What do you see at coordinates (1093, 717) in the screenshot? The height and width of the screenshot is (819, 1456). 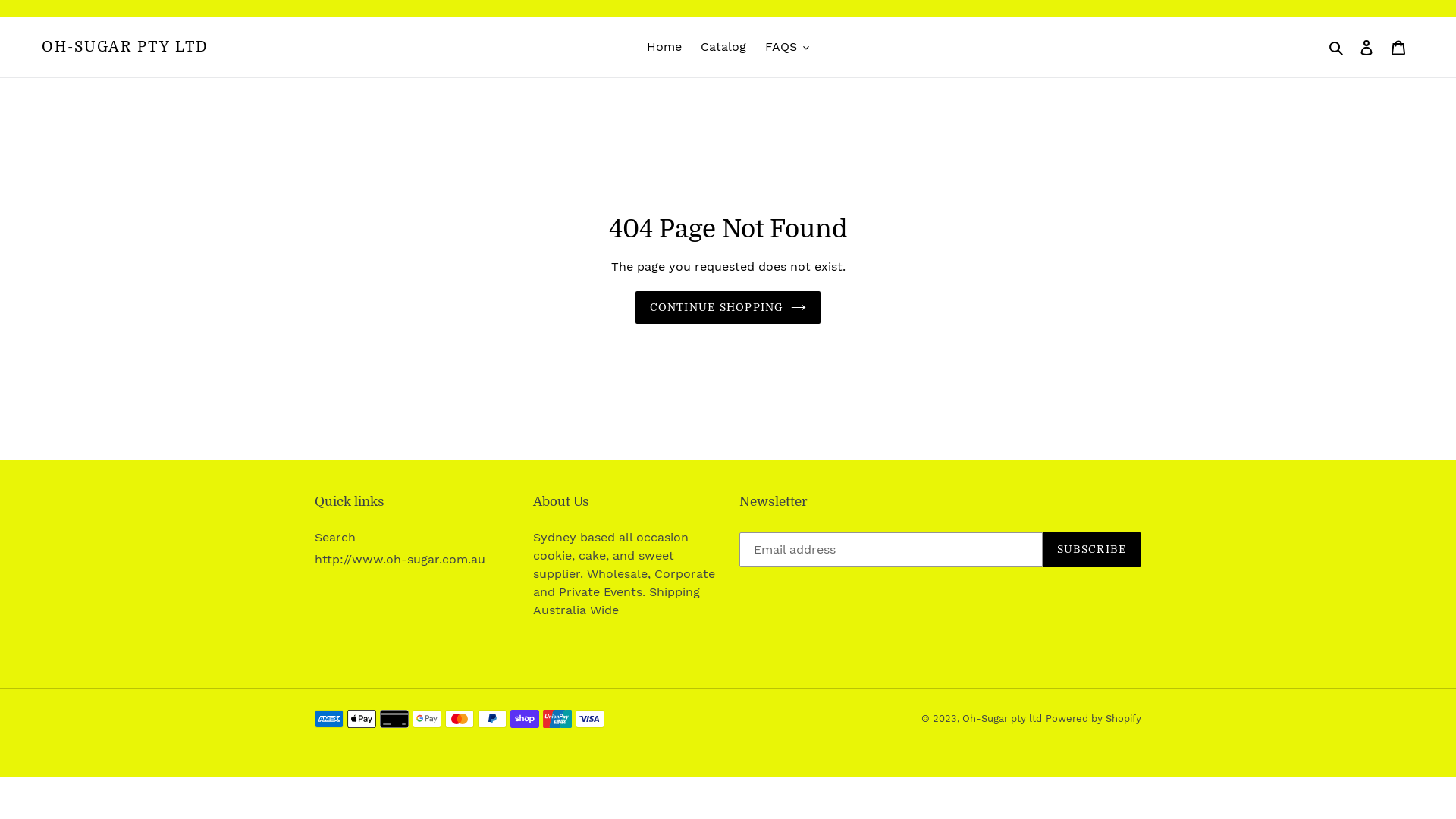 I see `'Powered by Shopify'` at bounding box center [1093, 717].